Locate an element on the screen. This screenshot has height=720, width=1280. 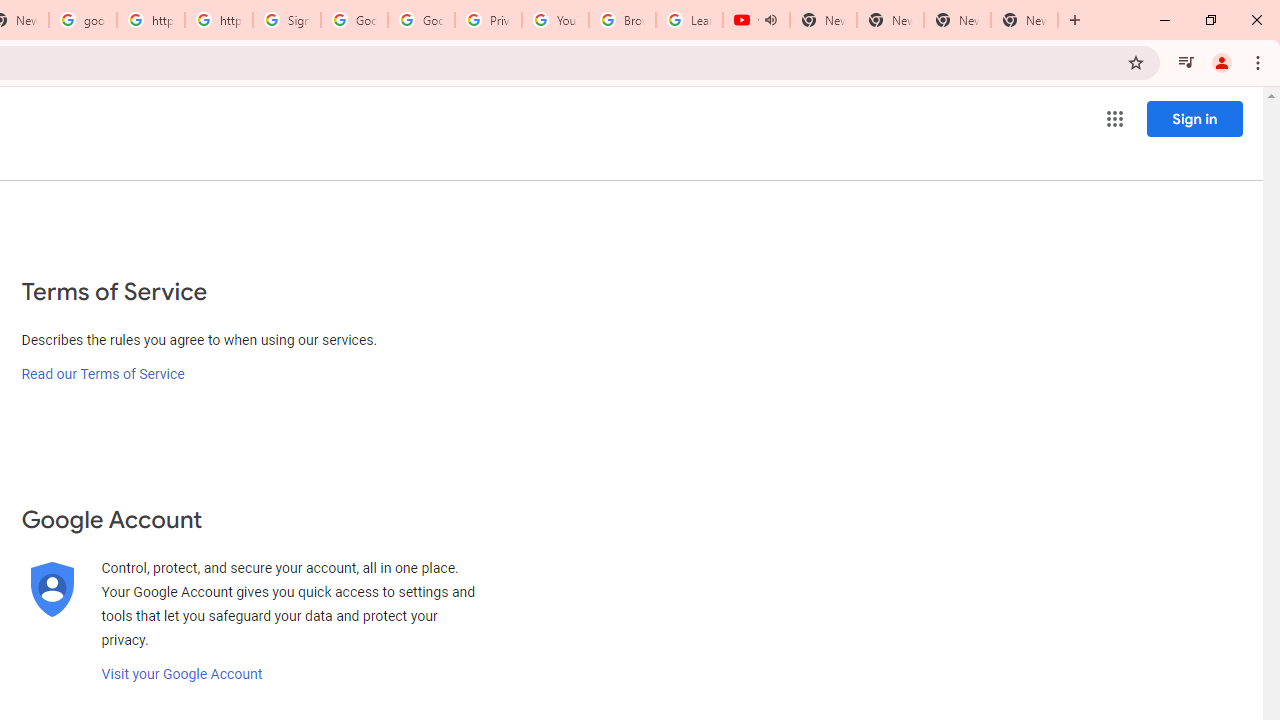
'Mute tab' is located at coordinates (770, 20).